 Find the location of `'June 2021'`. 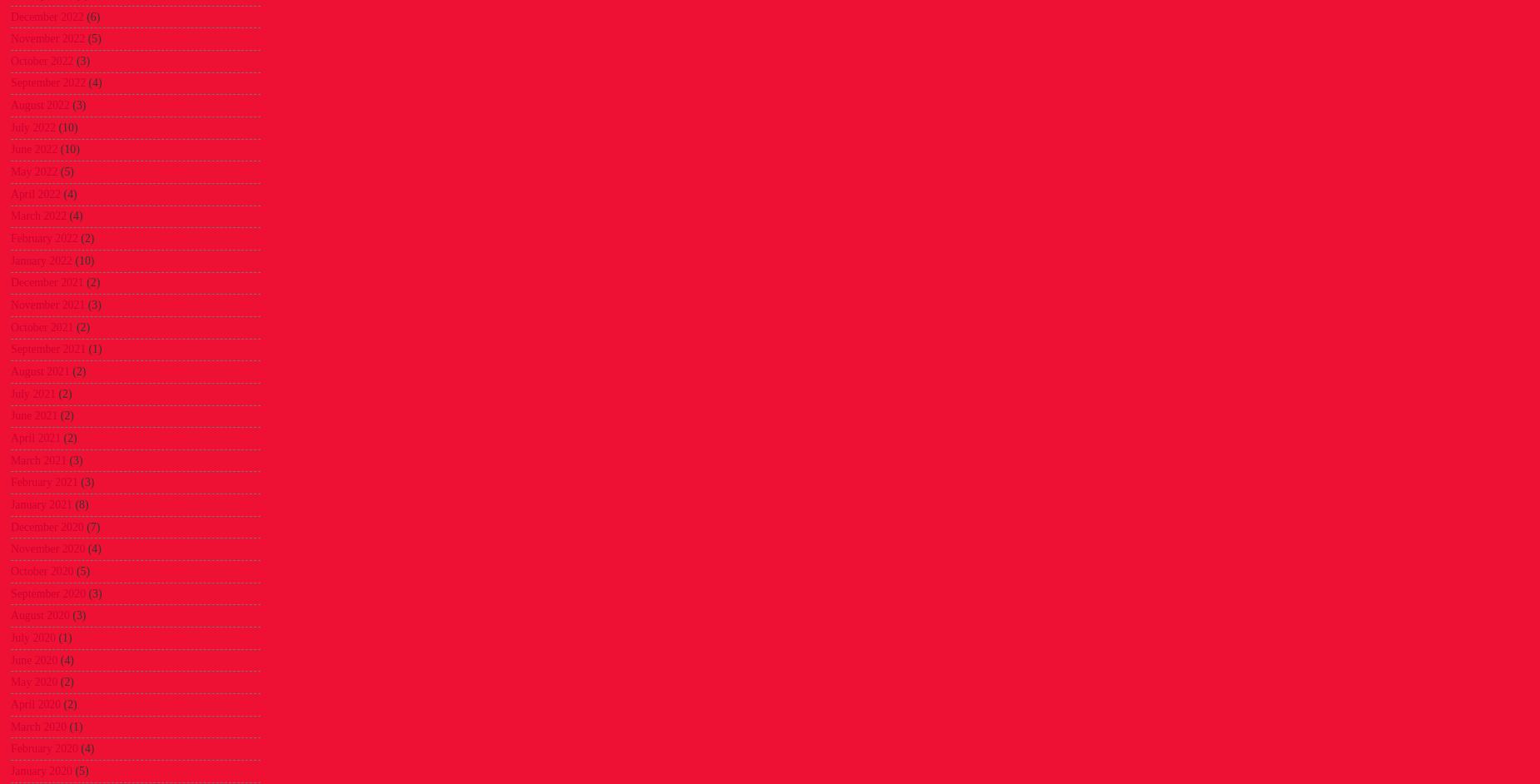

'June 2021' is located at coordinates (33, 415).